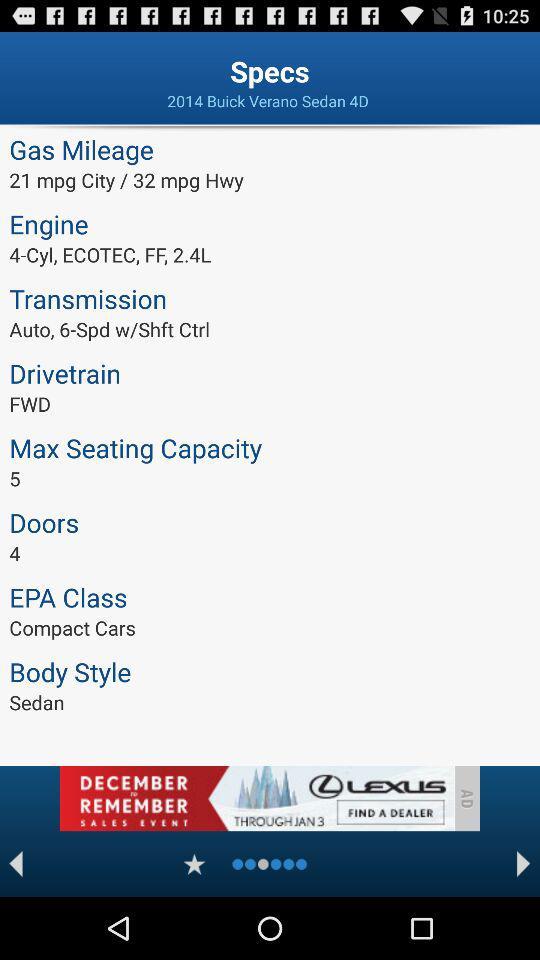  I want to click on favorite, so click(194, 863).